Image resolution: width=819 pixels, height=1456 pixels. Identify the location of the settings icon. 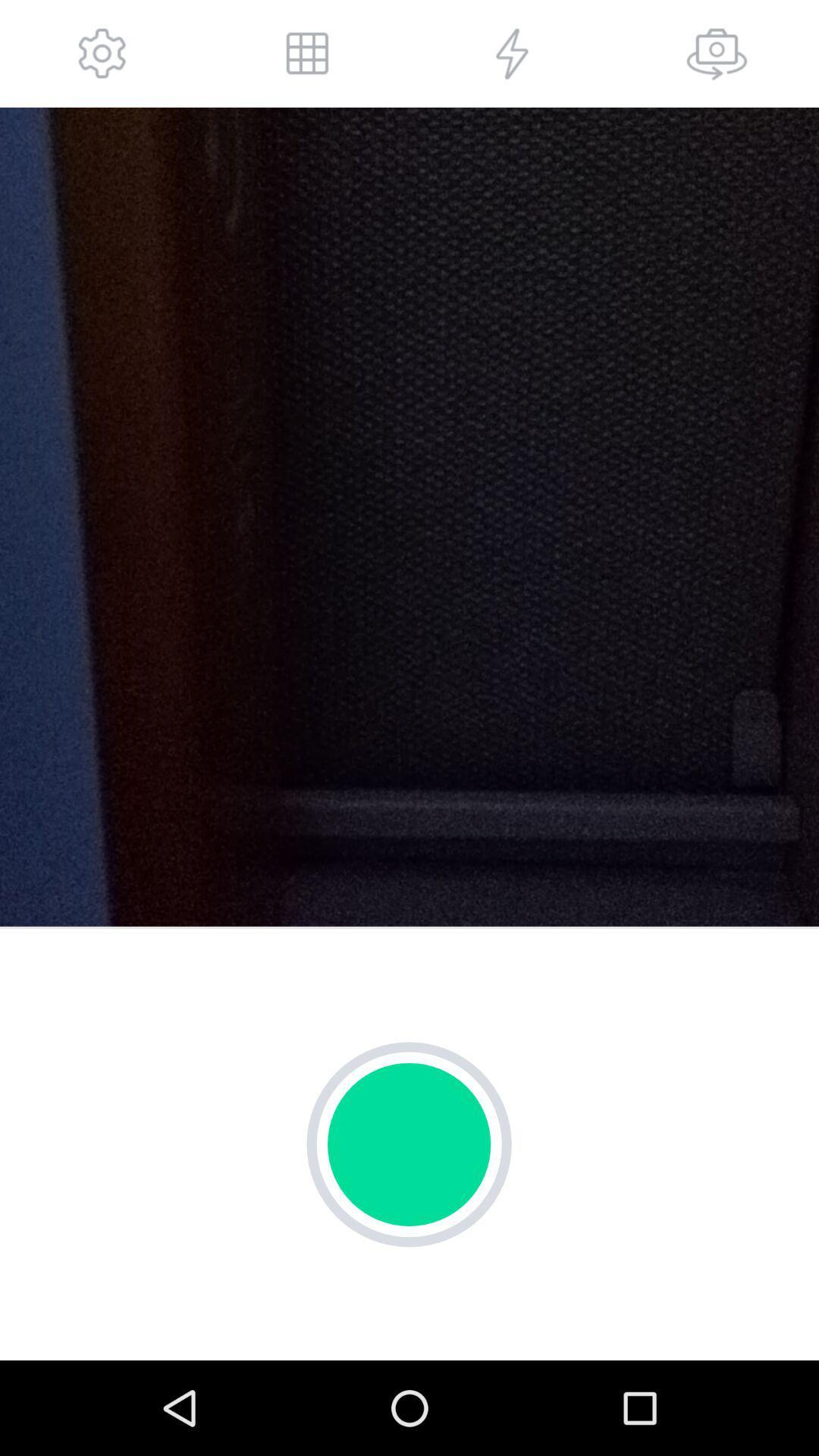
(102, 57).